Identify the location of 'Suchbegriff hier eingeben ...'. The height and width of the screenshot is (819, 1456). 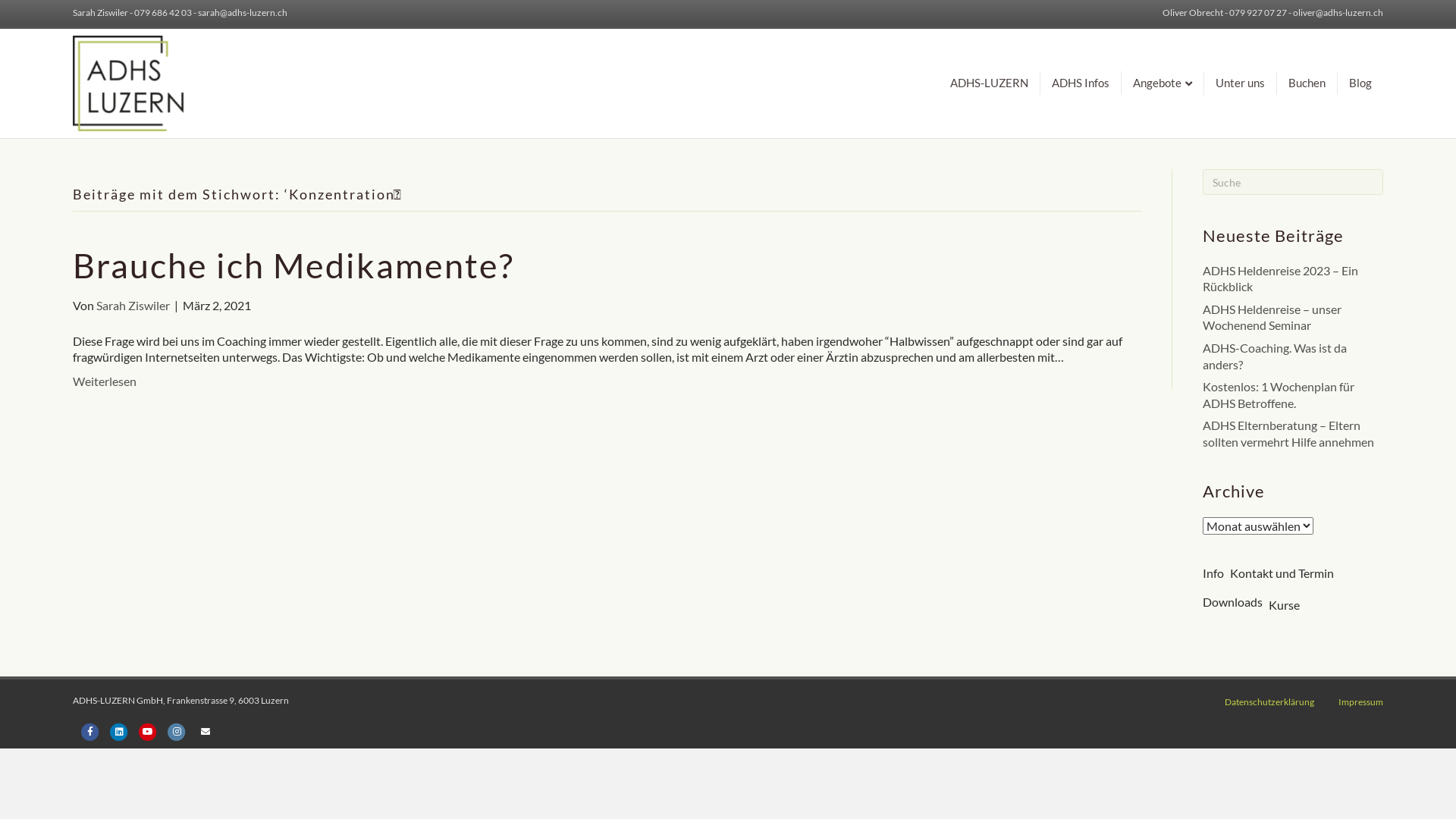
(1291, 180).